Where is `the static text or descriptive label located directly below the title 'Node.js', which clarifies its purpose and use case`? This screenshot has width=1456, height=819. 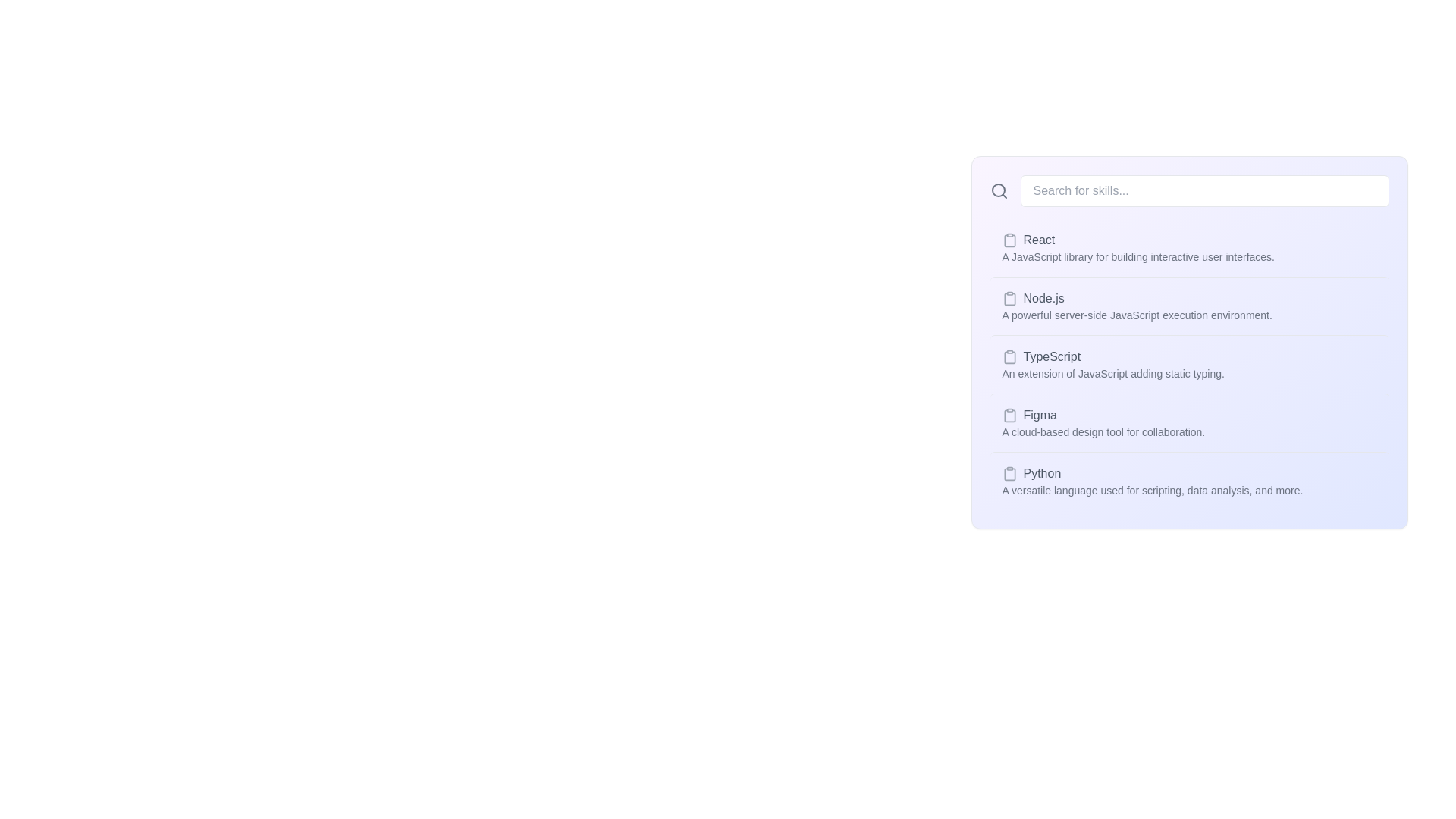 the static text or descriptive label located directly below the title 'Node.js', which clarifies its purpose and use case is located at coordinates (1137, 315).